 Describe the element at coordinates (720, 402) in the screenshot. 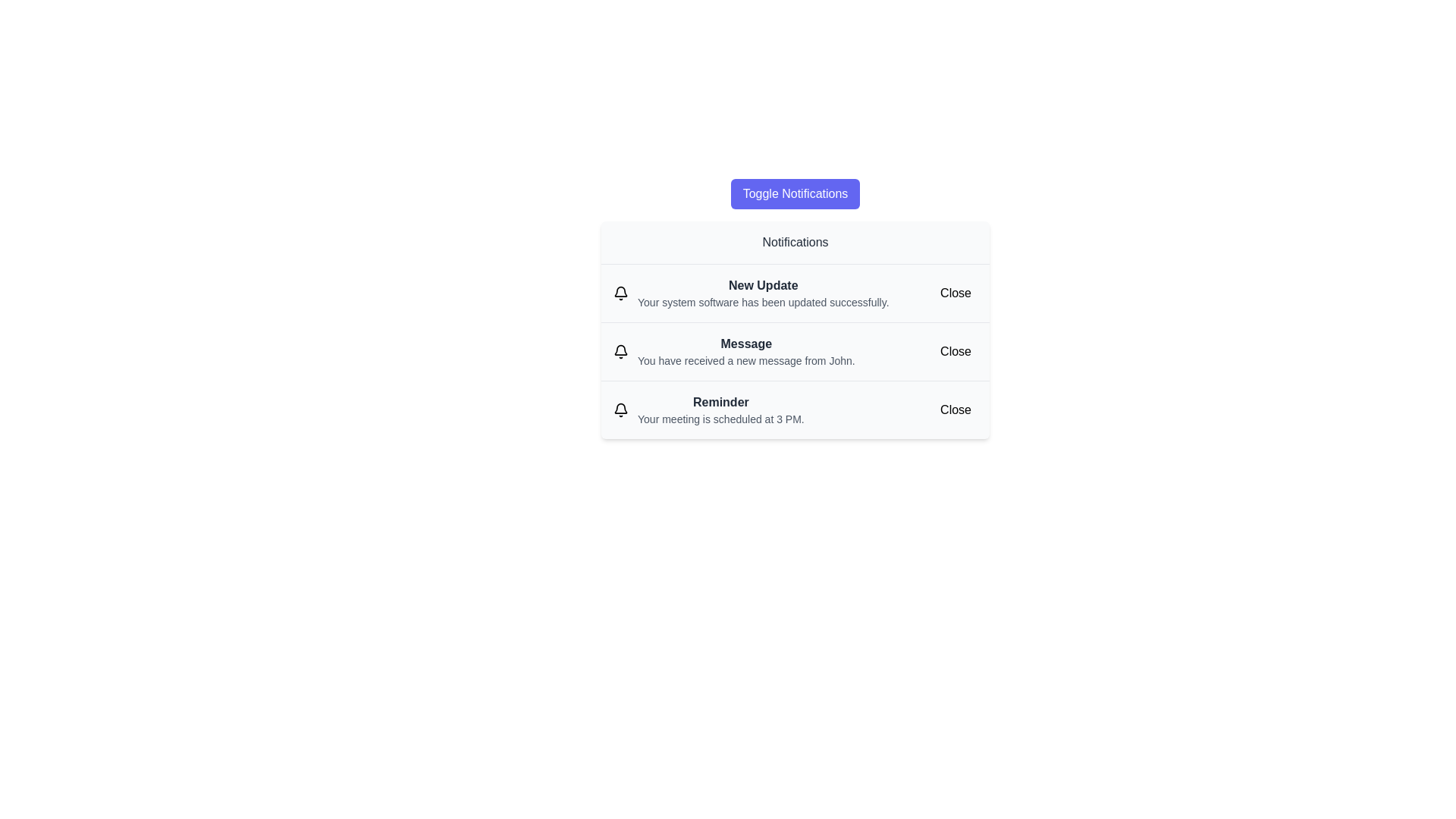

I see `the static text element that serves as the heading for the notification, which is centered within the notification card above the secondary text` at that location.